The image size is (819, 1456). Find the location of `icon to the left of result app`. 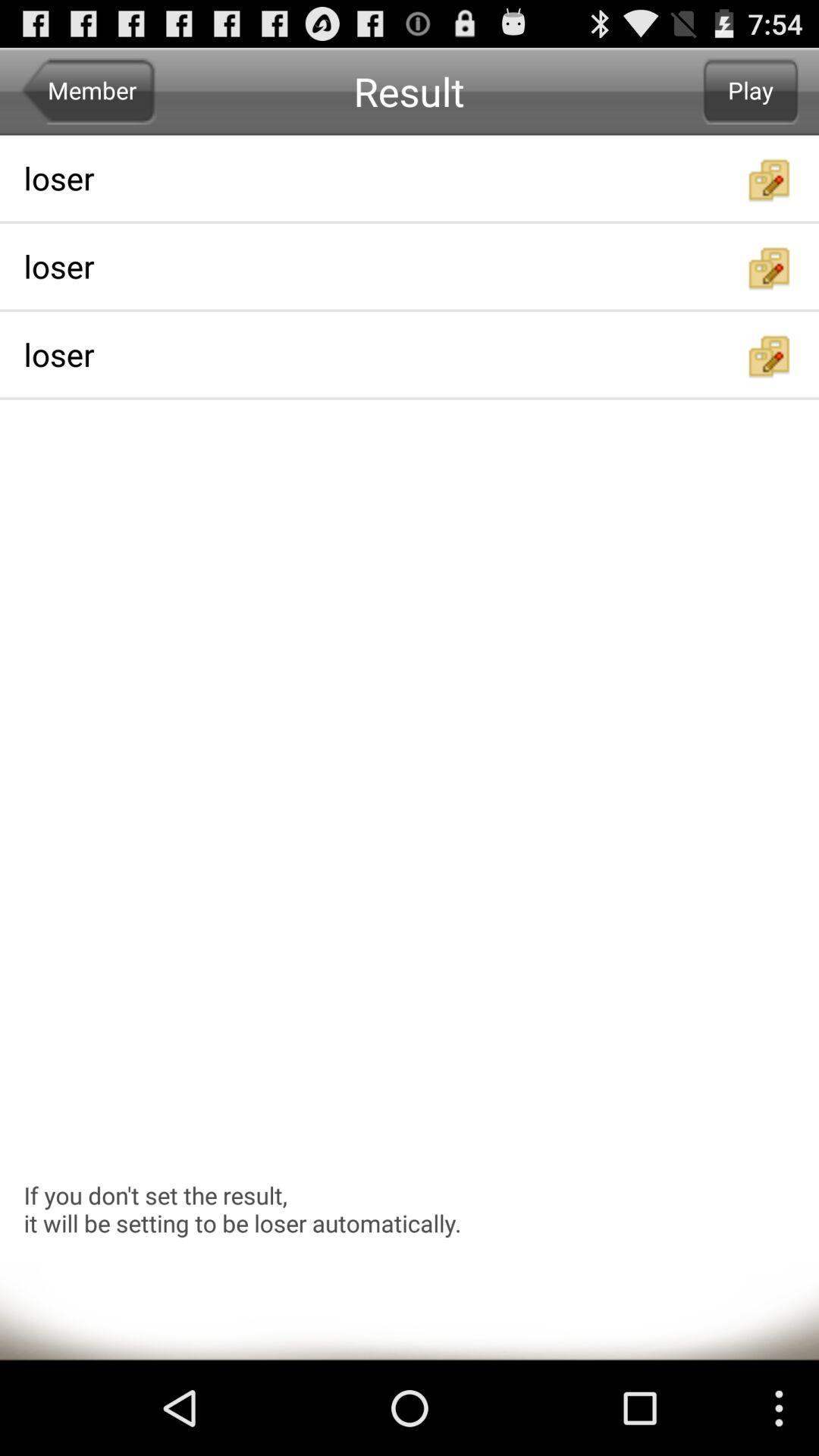

icon to the left of result app is located at coordinates (88, 90).